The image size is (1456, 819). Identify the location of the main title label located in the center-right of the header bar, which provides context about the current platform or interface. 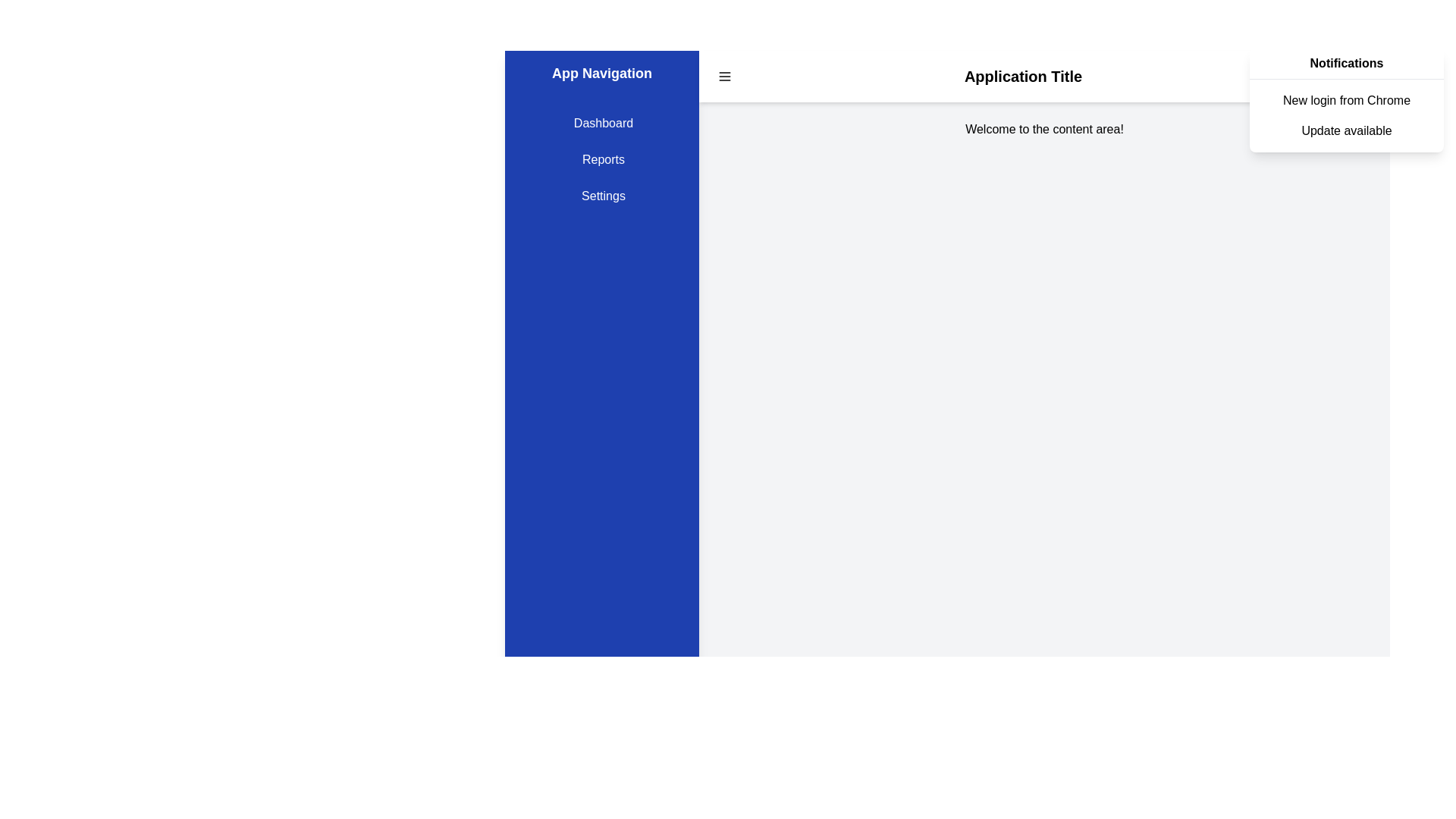
(1023, 76).